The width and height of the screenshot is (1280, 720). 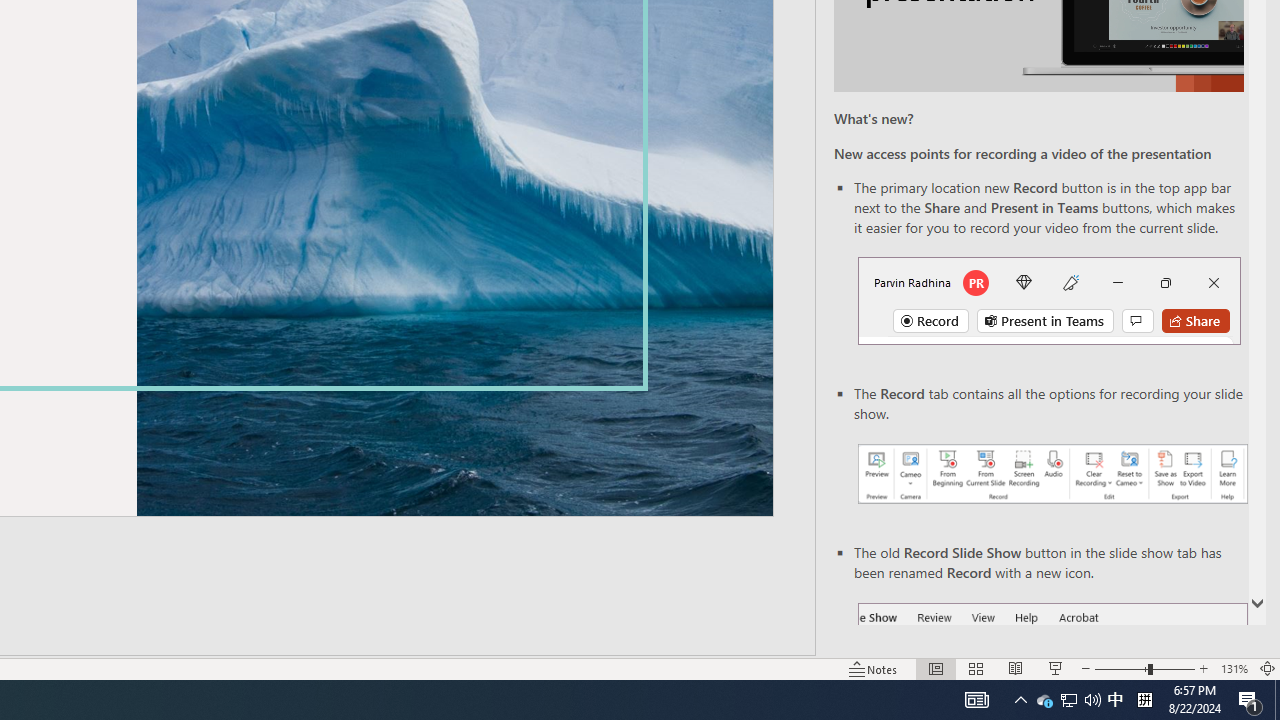 What do you see at coordinates (1203, 669) in the screenshot?
I see `'Zoom In'` at bounding box center [1203, 669].